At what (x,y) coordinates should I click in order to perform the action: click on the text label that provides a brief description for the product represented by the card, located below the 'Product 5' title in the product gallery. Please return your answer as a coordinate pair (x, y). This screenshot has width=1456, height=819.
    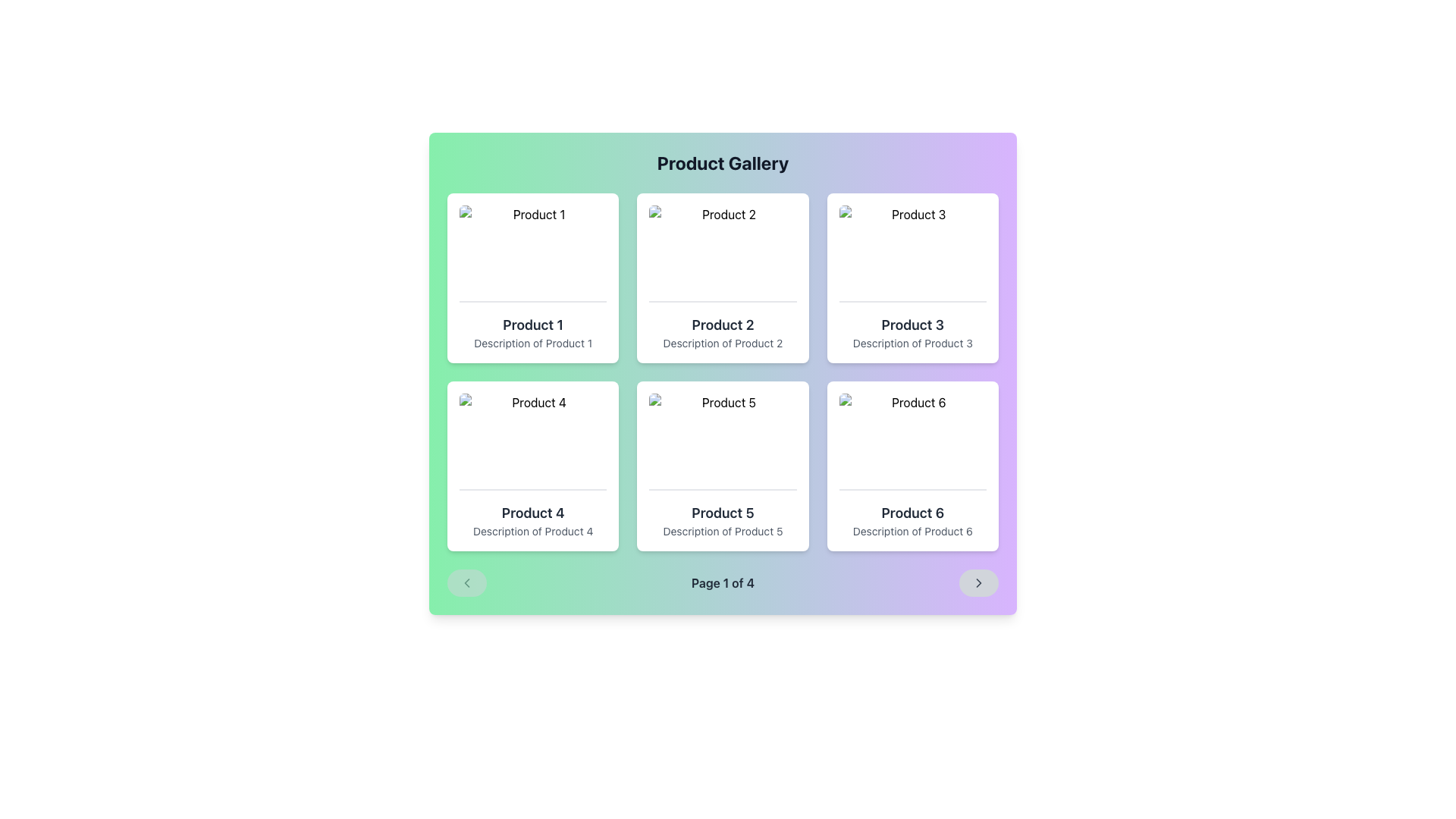
    Looking at the image, I should click on (722, 531).